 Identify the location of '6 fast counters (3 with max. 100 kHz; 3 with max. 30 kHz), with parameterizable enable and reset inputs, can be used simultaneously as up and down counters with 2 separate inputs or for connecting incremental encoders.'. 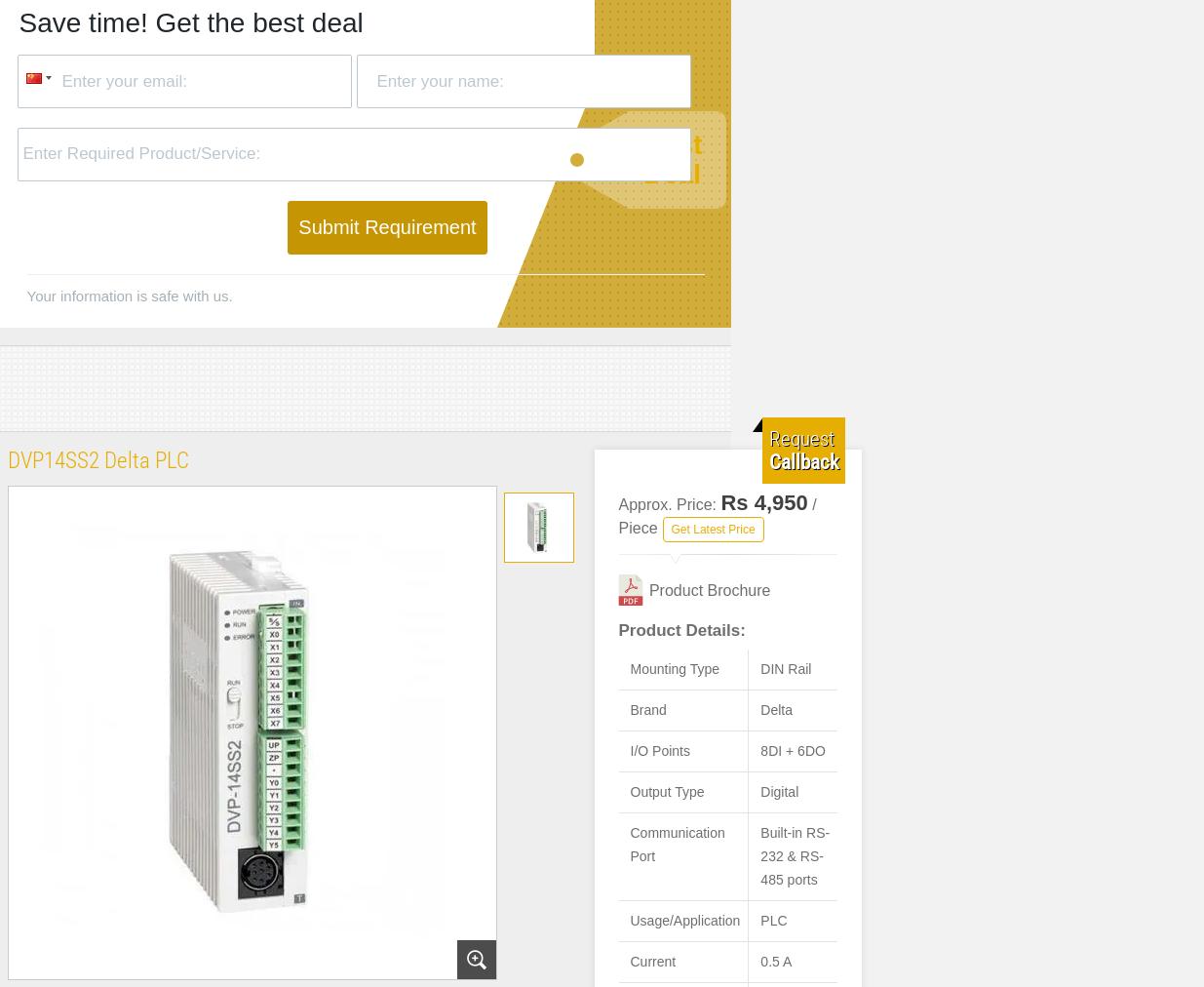
(734, 729).